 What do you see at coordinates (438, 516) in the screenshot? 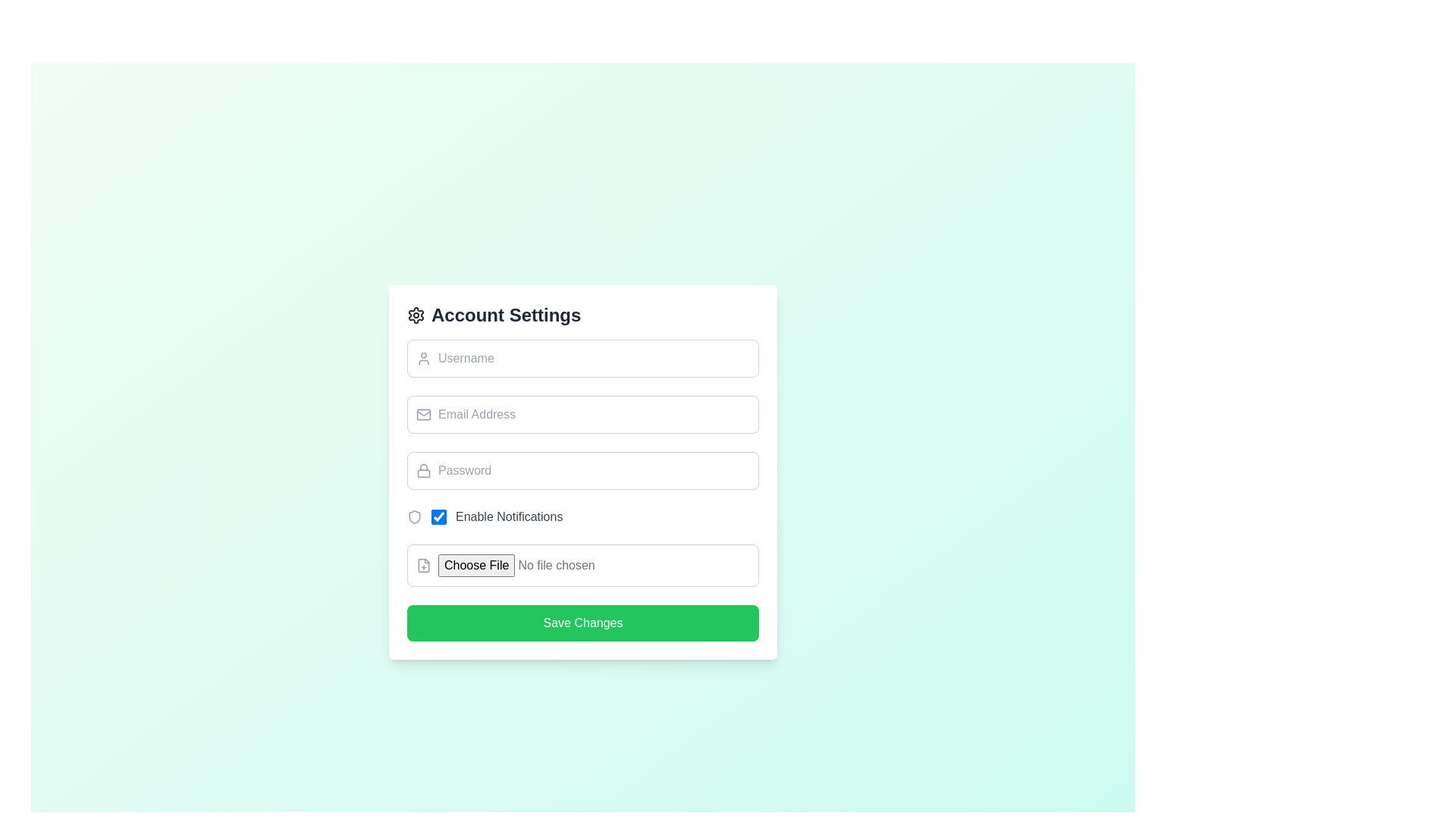
I see `the checkbox styled in a blue background with a white checkmark, located to the left of the text 'Enable Notifications' in the main settings form` at bounding box center [438, 516].